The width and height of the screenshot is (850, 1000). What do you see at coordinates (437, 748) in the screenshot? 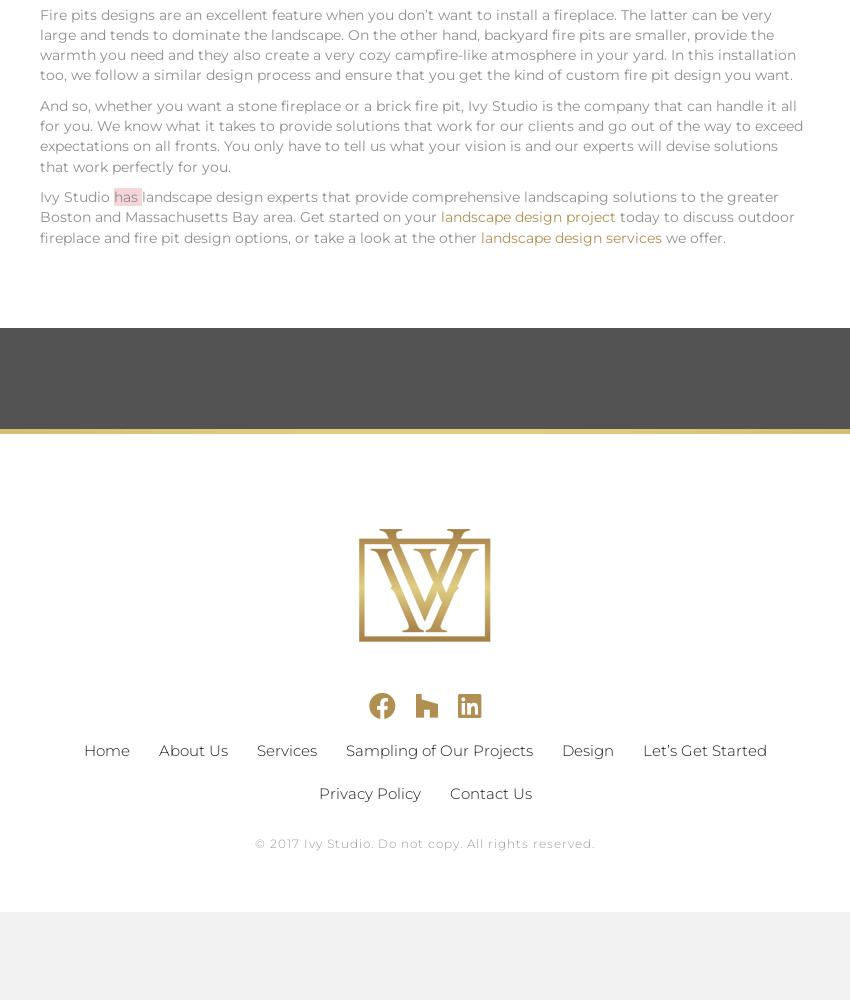
I see `'Sampling of Our Projects'` at bounding box center [437, 748].